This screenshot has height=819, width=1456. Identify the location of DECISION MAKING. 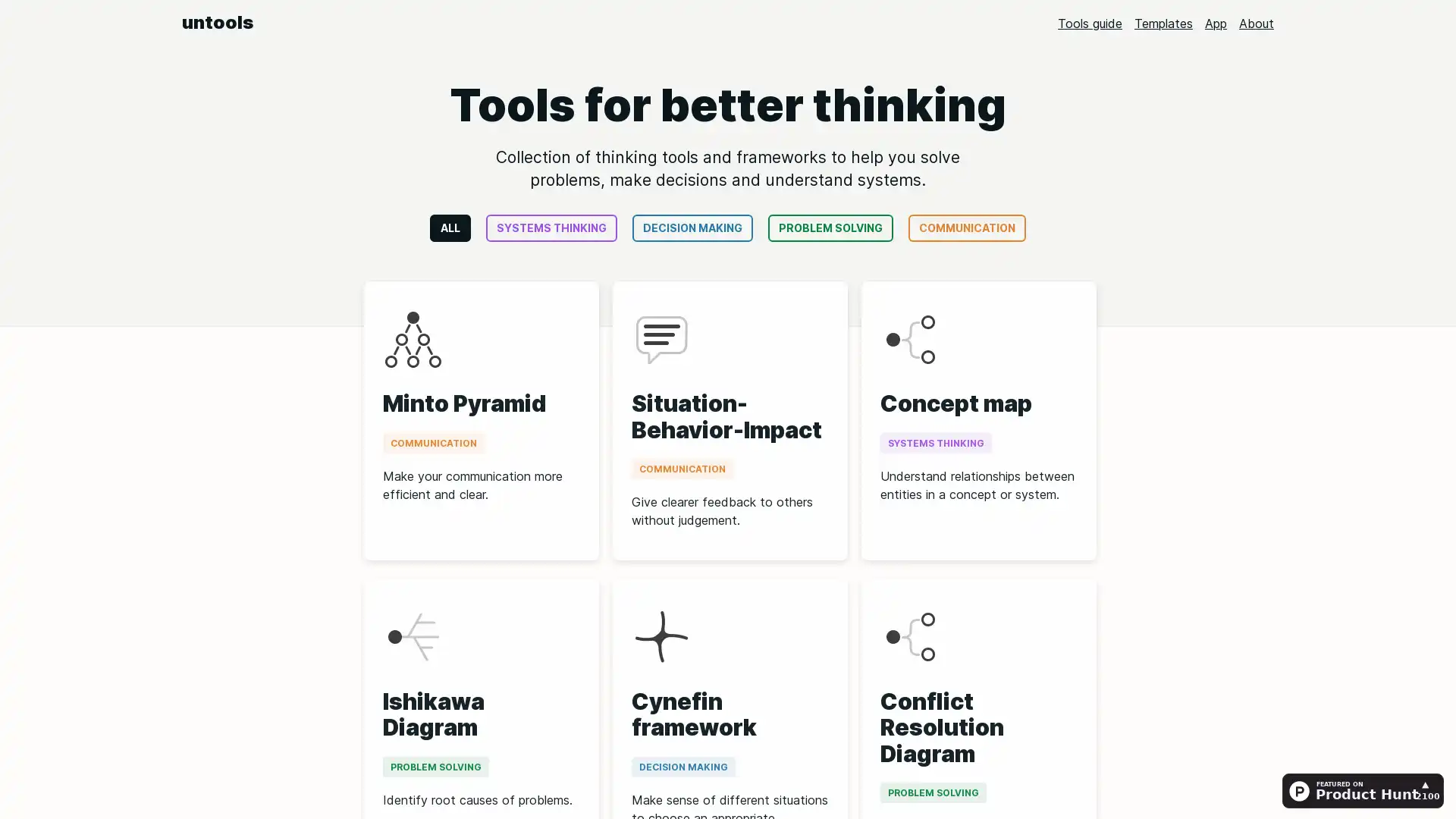
(692, 227).